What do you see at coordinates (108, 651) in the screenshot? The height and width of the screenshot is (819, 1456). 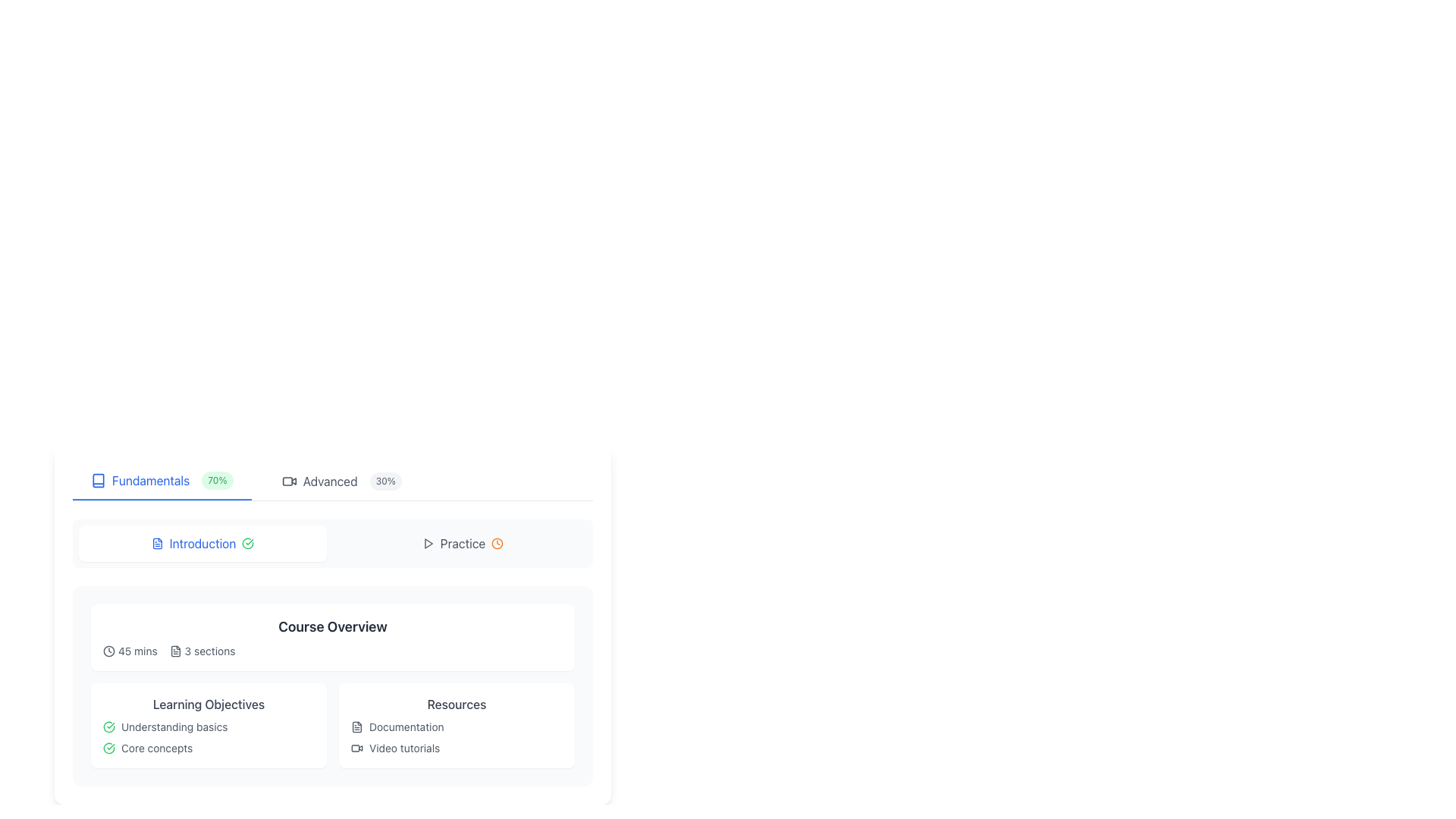 I see `the appearance of the circular graphical element that is part of a clock icon, located in the lower-left section of the application interface` at bounding box center [108, 651].